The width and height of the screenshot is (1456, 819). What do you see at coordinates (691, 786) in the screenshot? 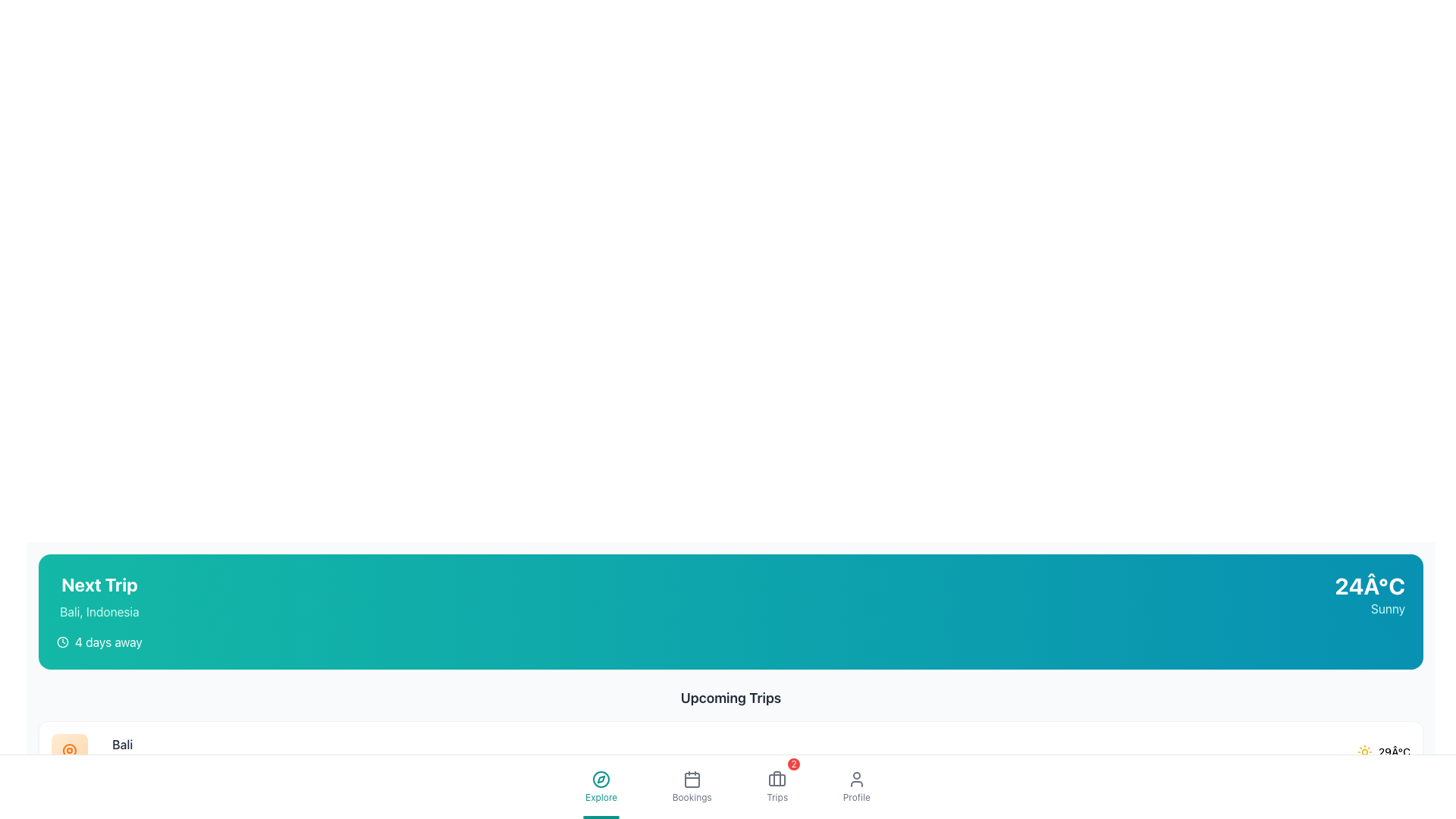
I see `the 'Bookings' button, which is the second item in the horizontal navigation menu, located between 'Explore' and 'Trips', to provide visual feedback` at bounding box center [691, 786].